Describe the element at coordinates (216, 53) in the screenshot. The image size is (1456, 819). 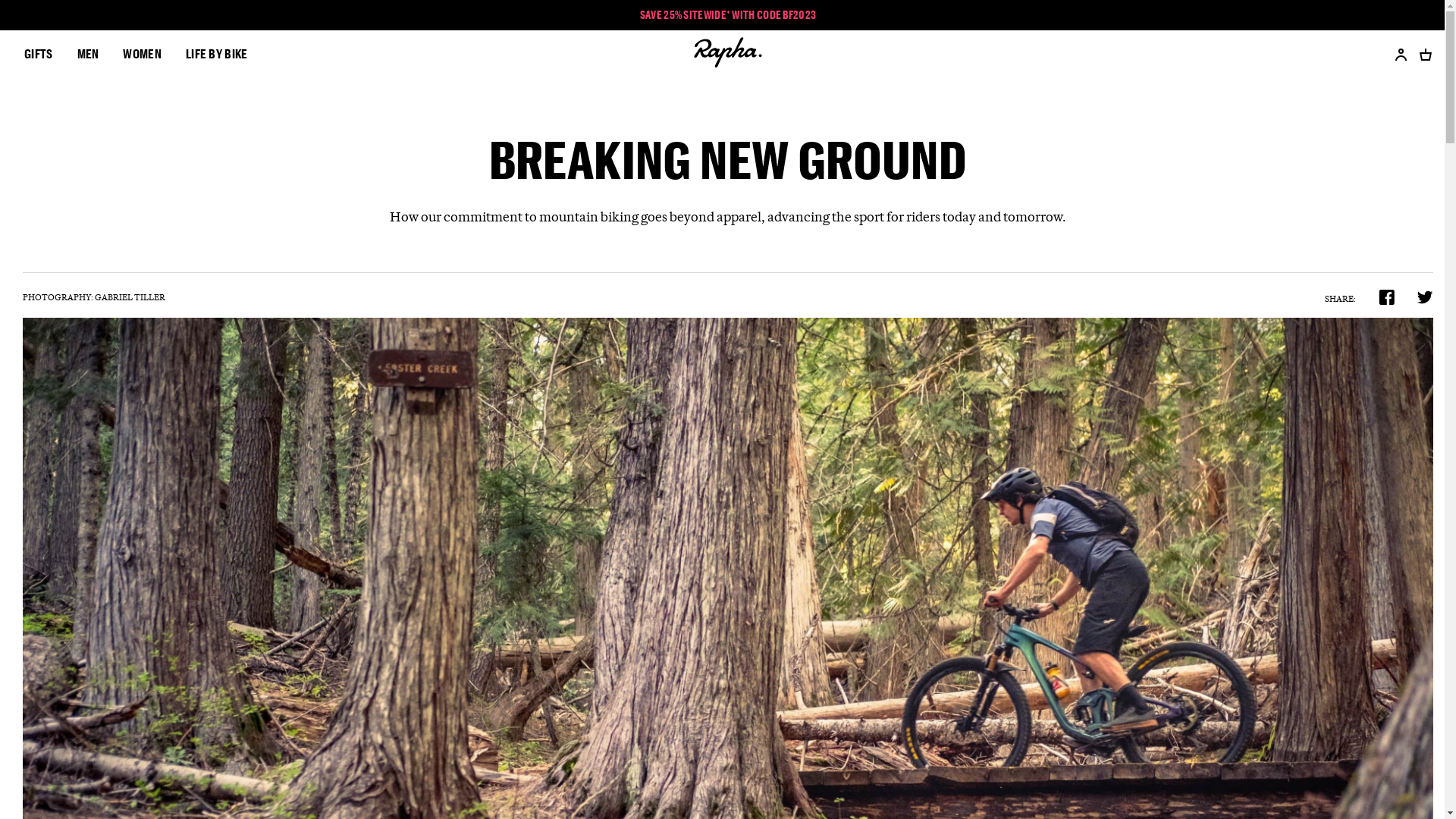
I see `'LIFE BY BIKE'` at that location.